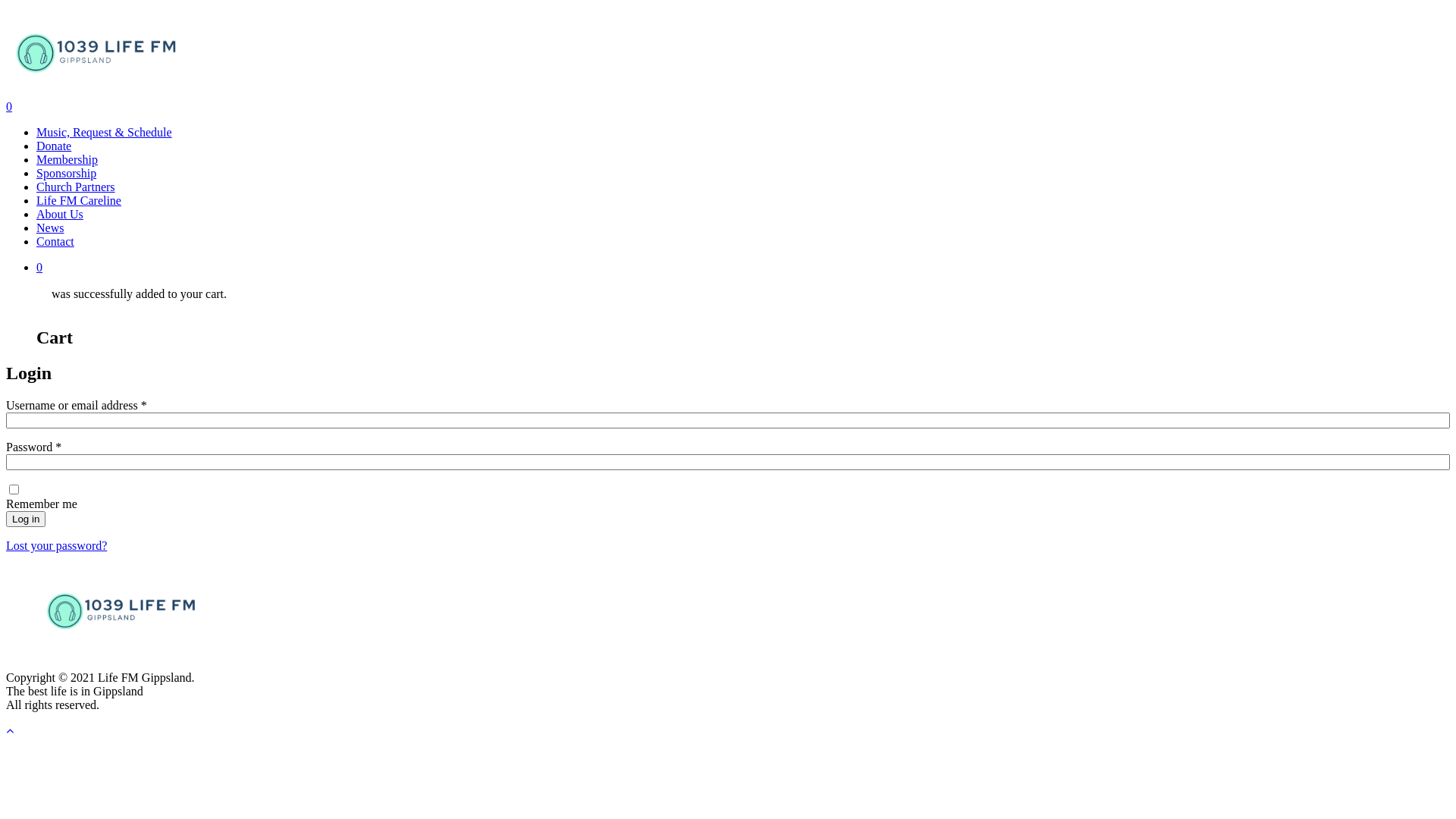  I want to click on 'Donate', so click(54, 146).